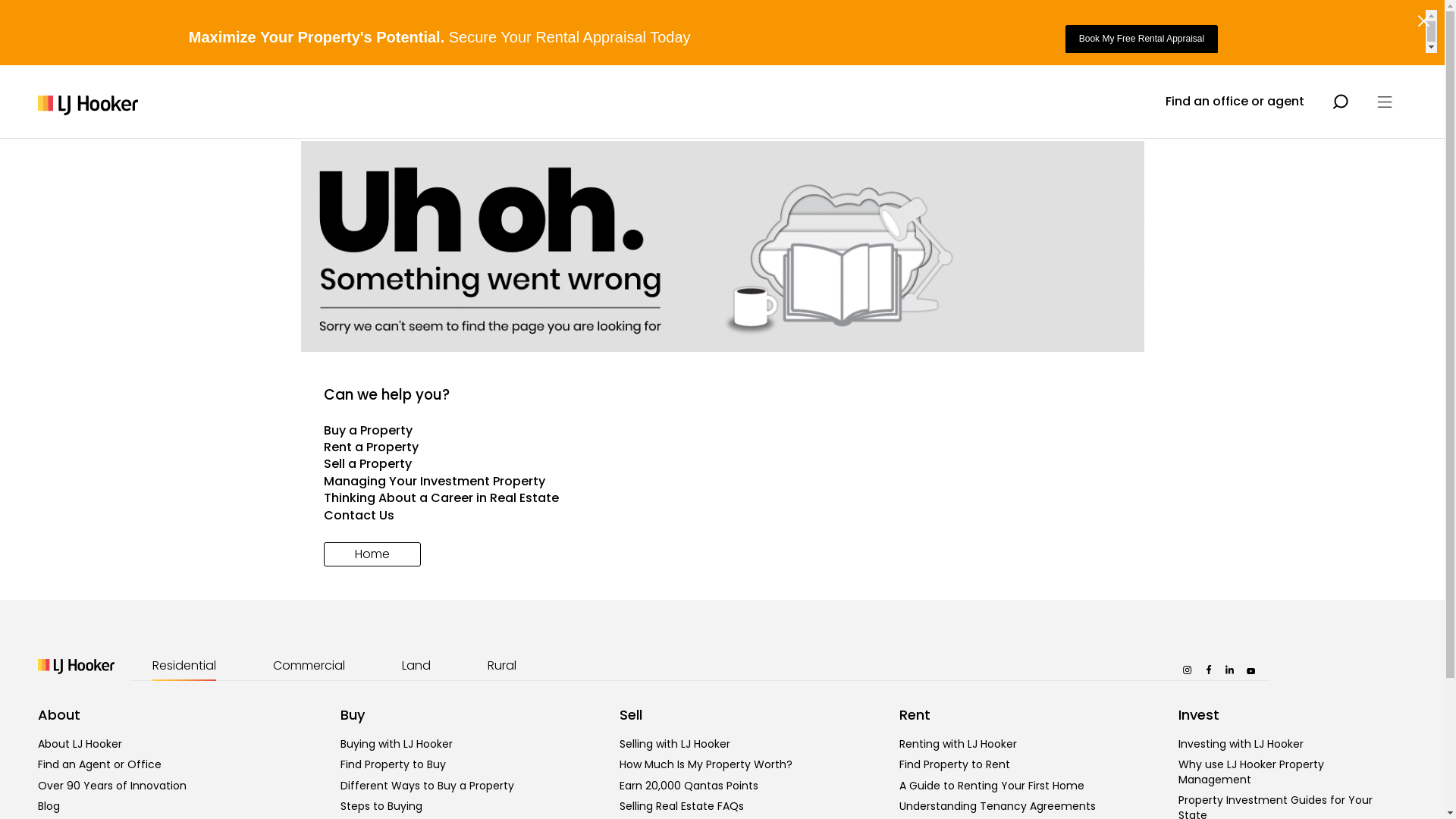  Describe the element at coordinates (322, 447) in the screenshot. I see `'Rent a Property'` at that location.